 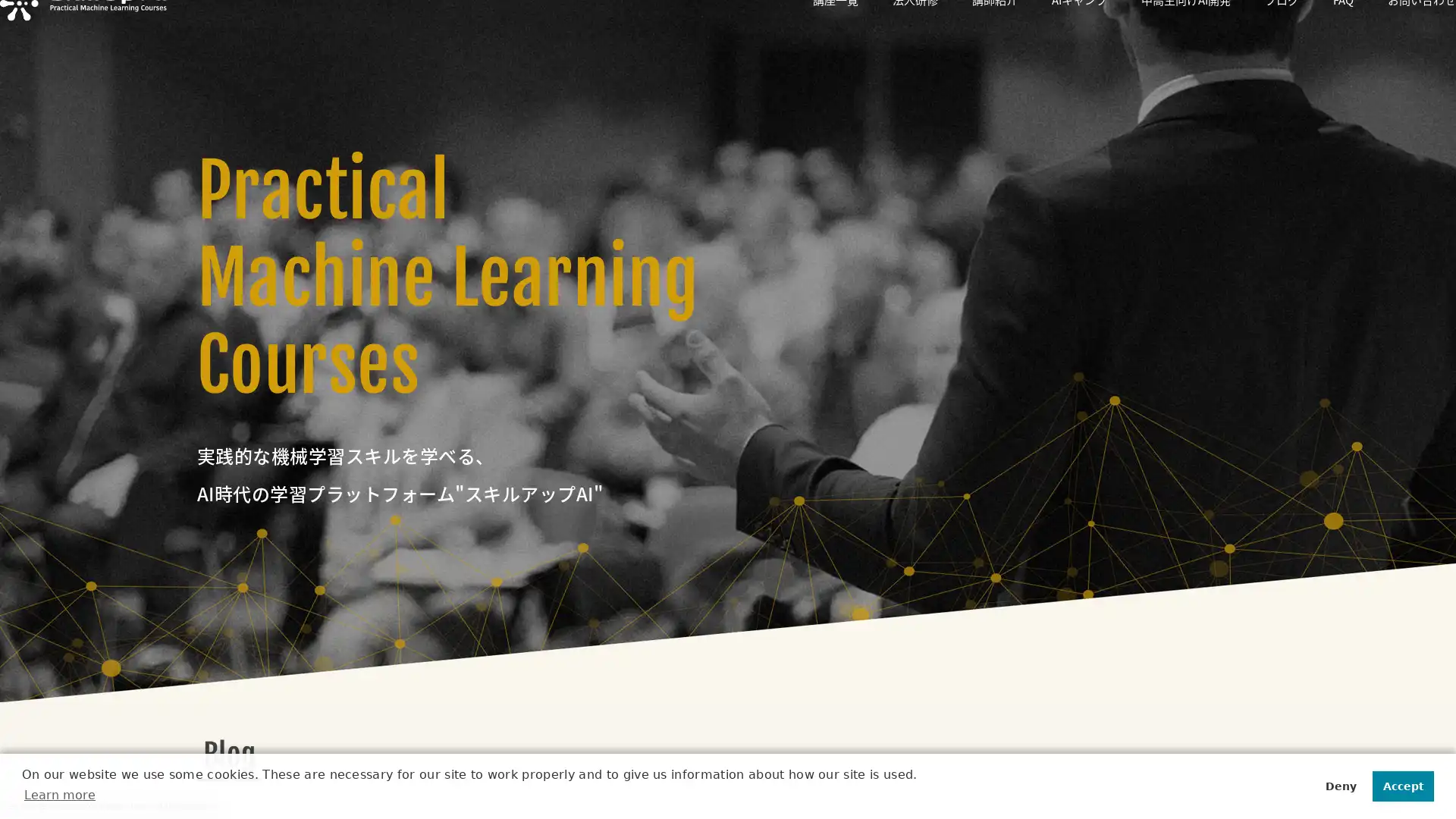 What do you see at coordinates (61, 794) in the screenshot?
I see `learn more about cookies` at bounding box center [61, 794].